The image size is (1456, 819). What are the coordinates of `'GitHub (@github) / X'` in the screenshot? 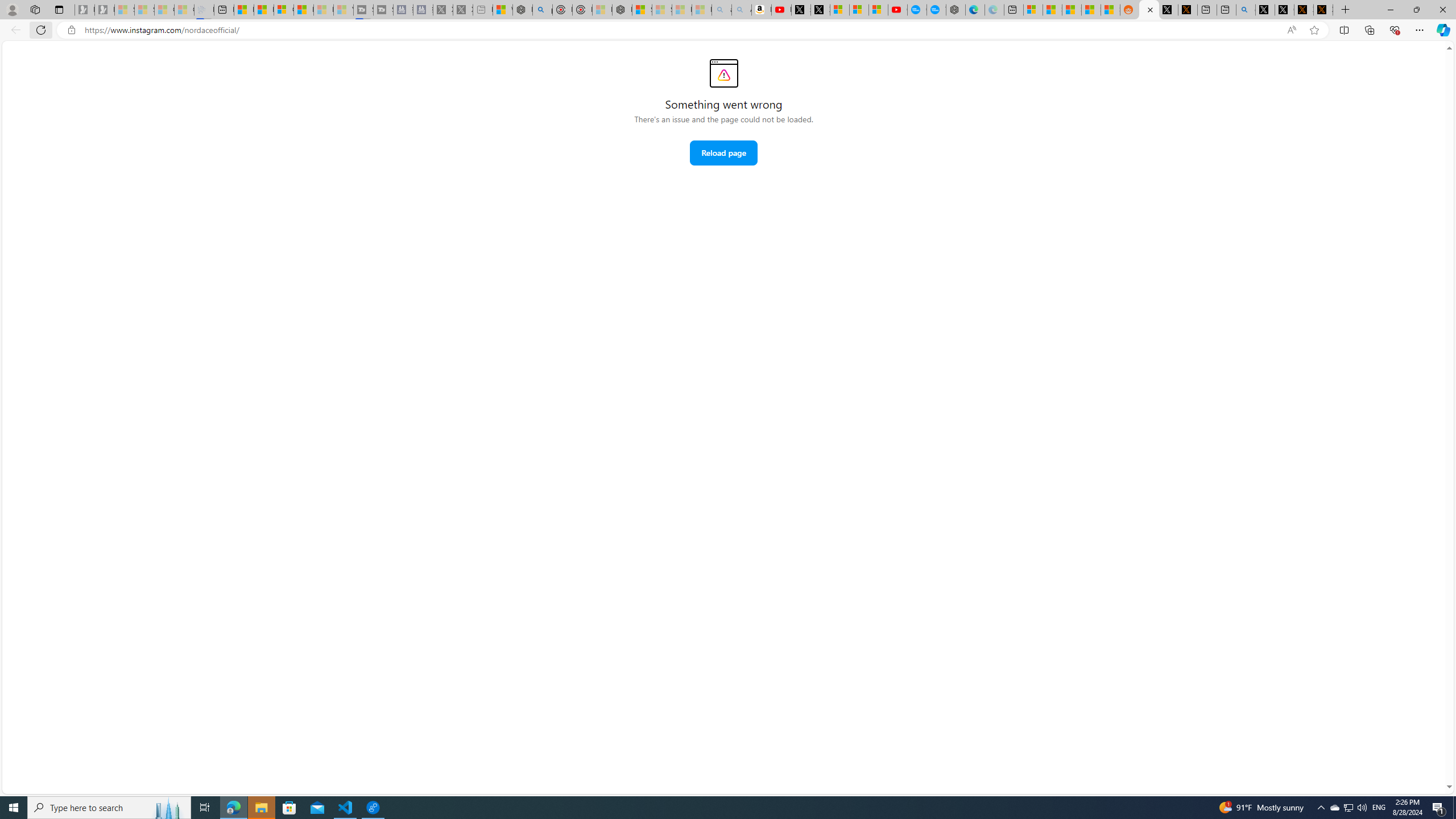 It's located at (1284, 9).